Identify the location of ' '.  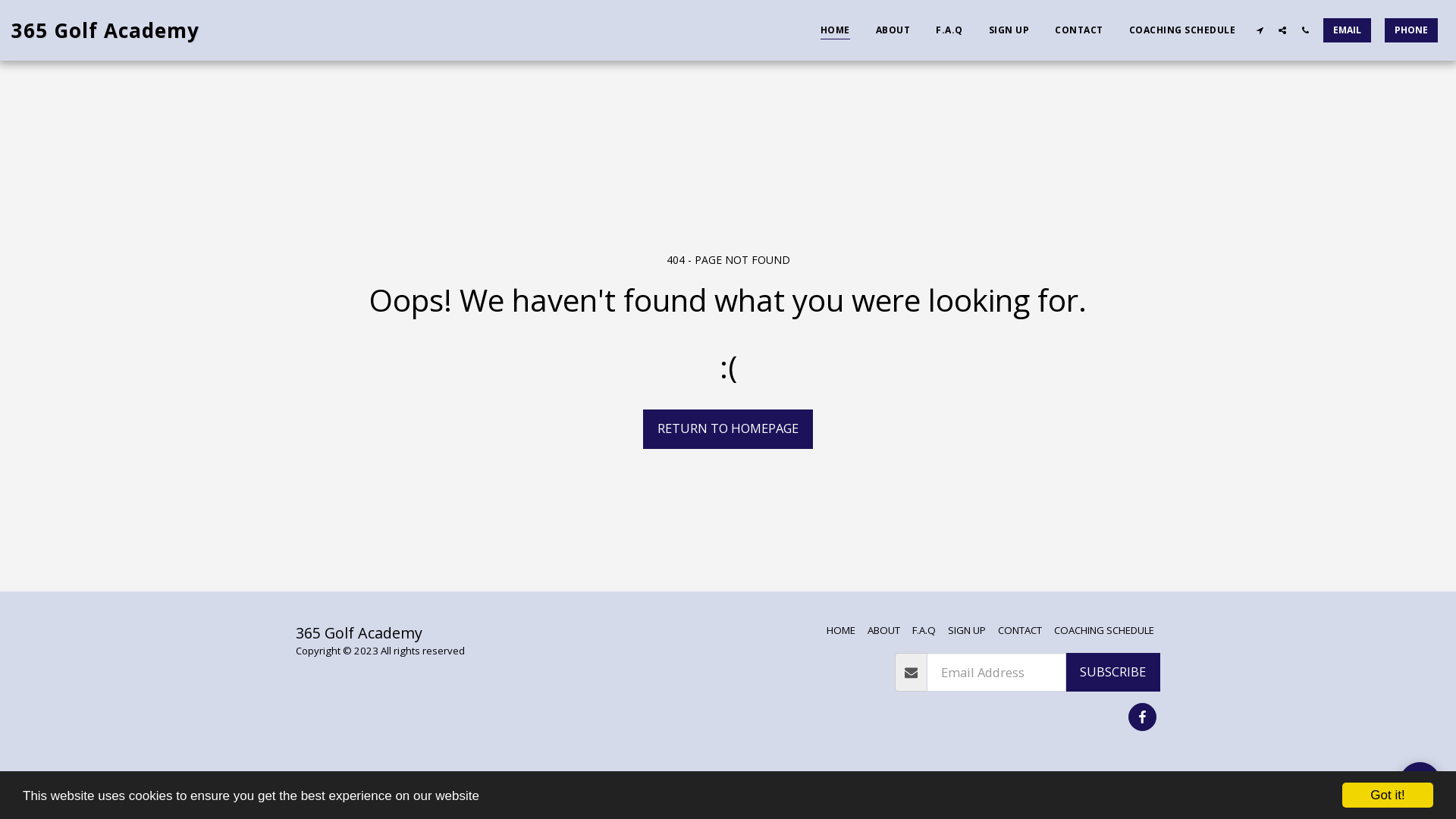
(1304, 30).